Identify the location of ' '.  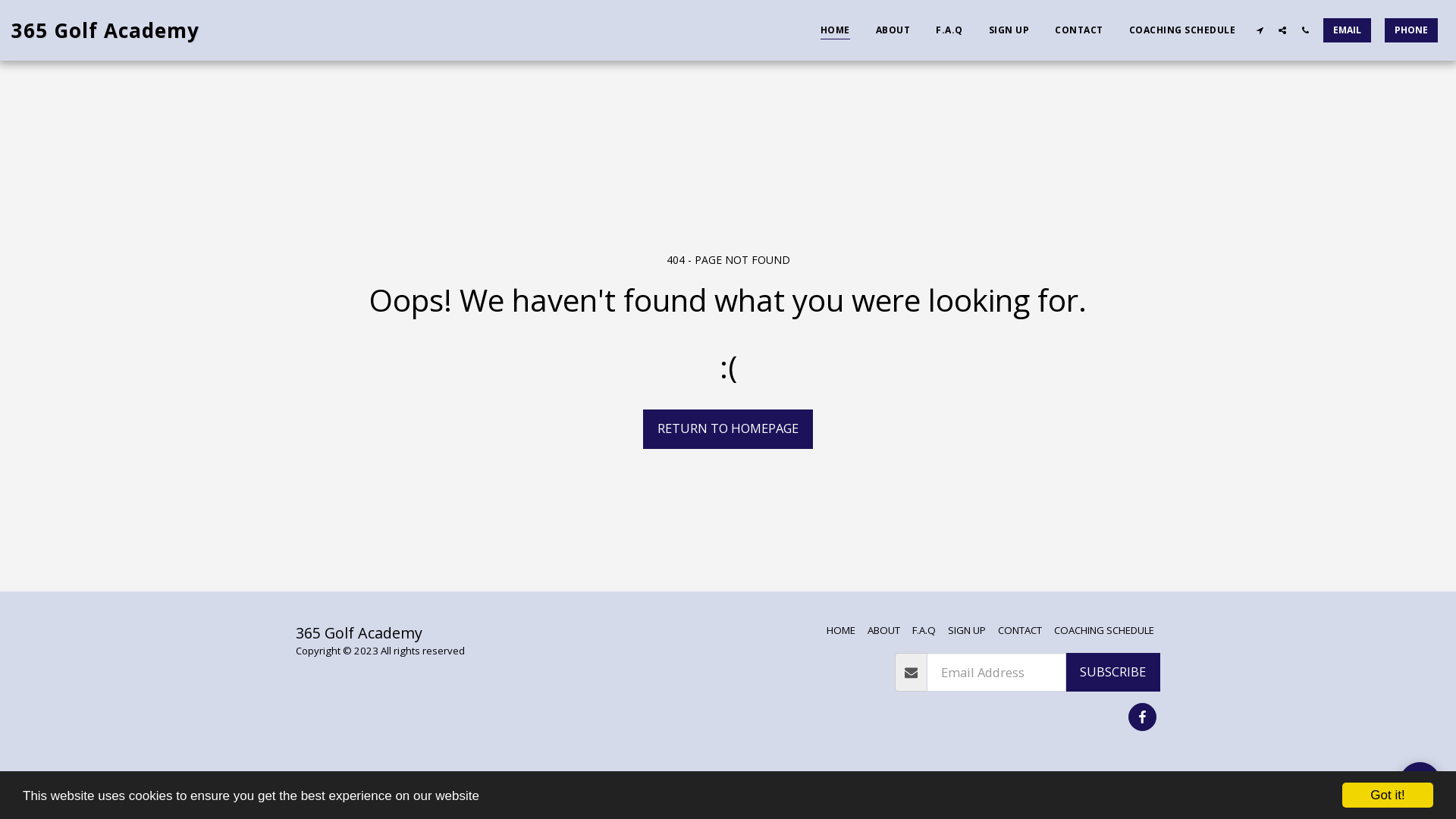
(1304, 30).